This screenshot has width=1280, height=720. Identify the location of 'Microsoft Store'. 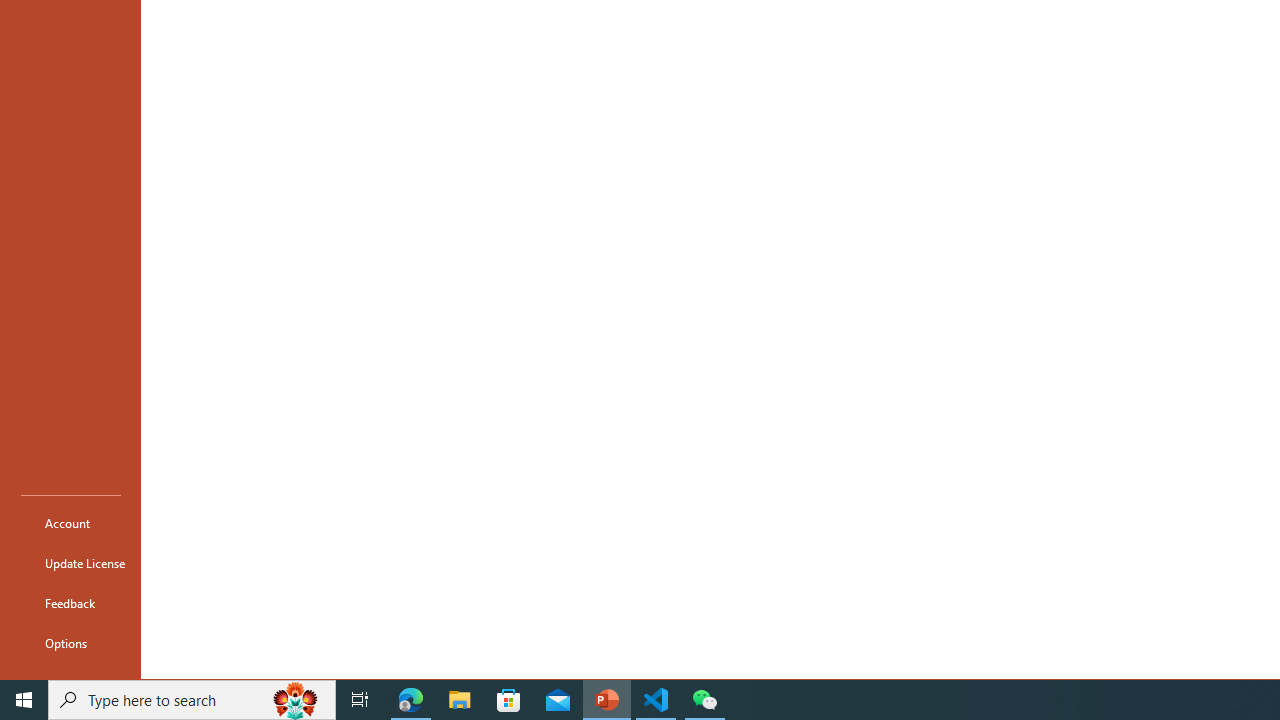
(509, 698).